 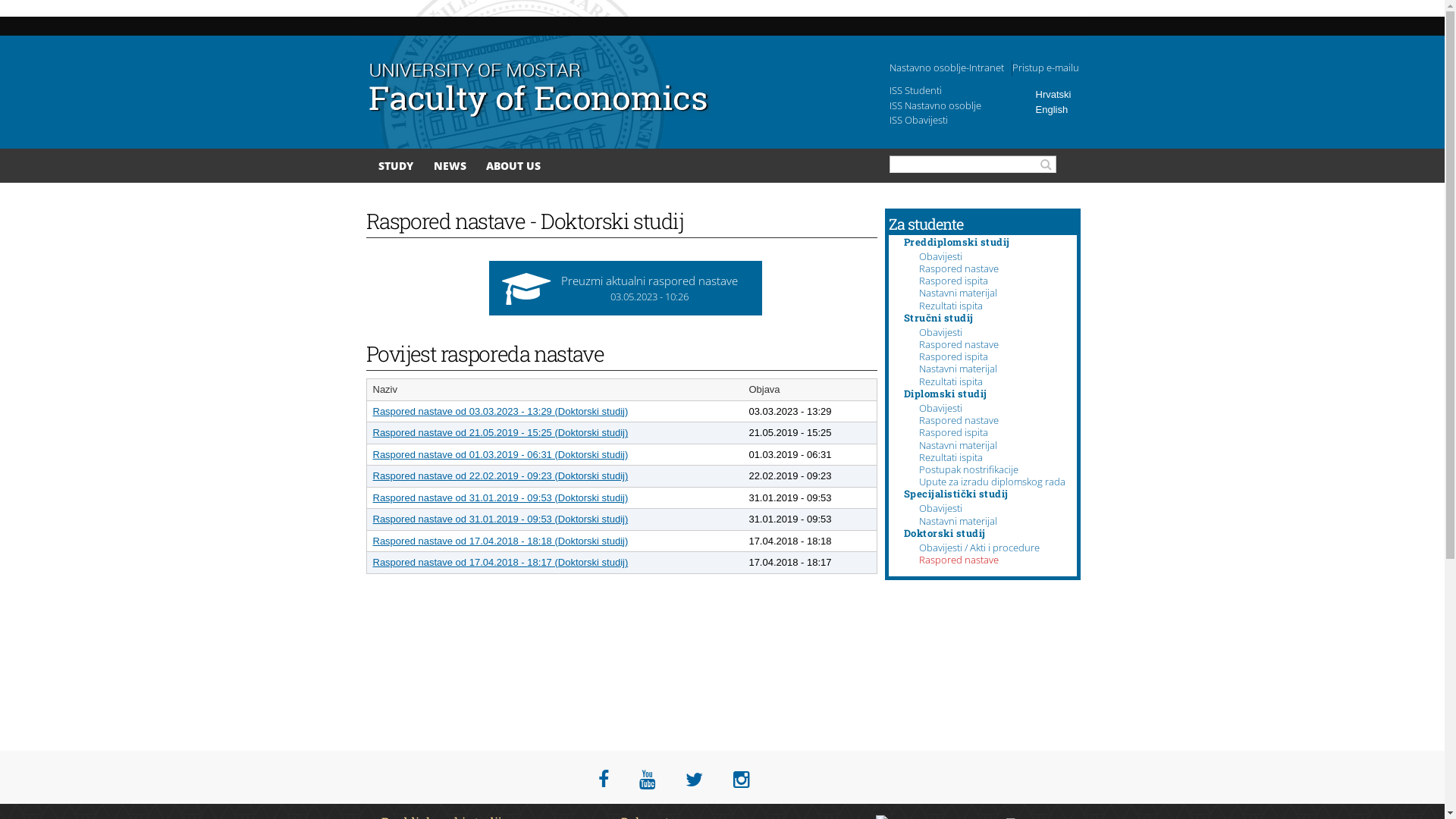 What do you see at coordinates (918, 547) in the screenshot?
I see `'Obavijesti / Akti i procedure'` at bounding box center [918, 547].